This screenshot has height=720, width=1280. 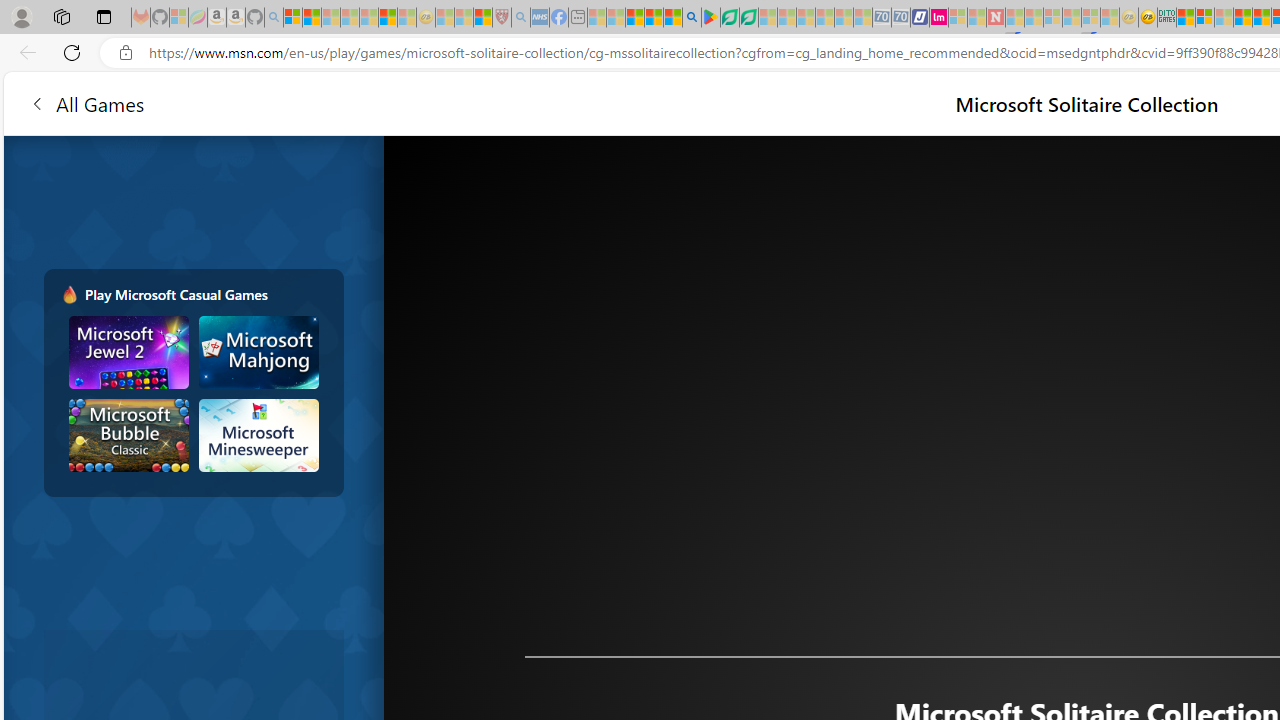 What do you see at coordinates (444, 17) in the screenshot?
I see `'Recipes - MSN - Sleeping'` at bounding box center [444, 17].